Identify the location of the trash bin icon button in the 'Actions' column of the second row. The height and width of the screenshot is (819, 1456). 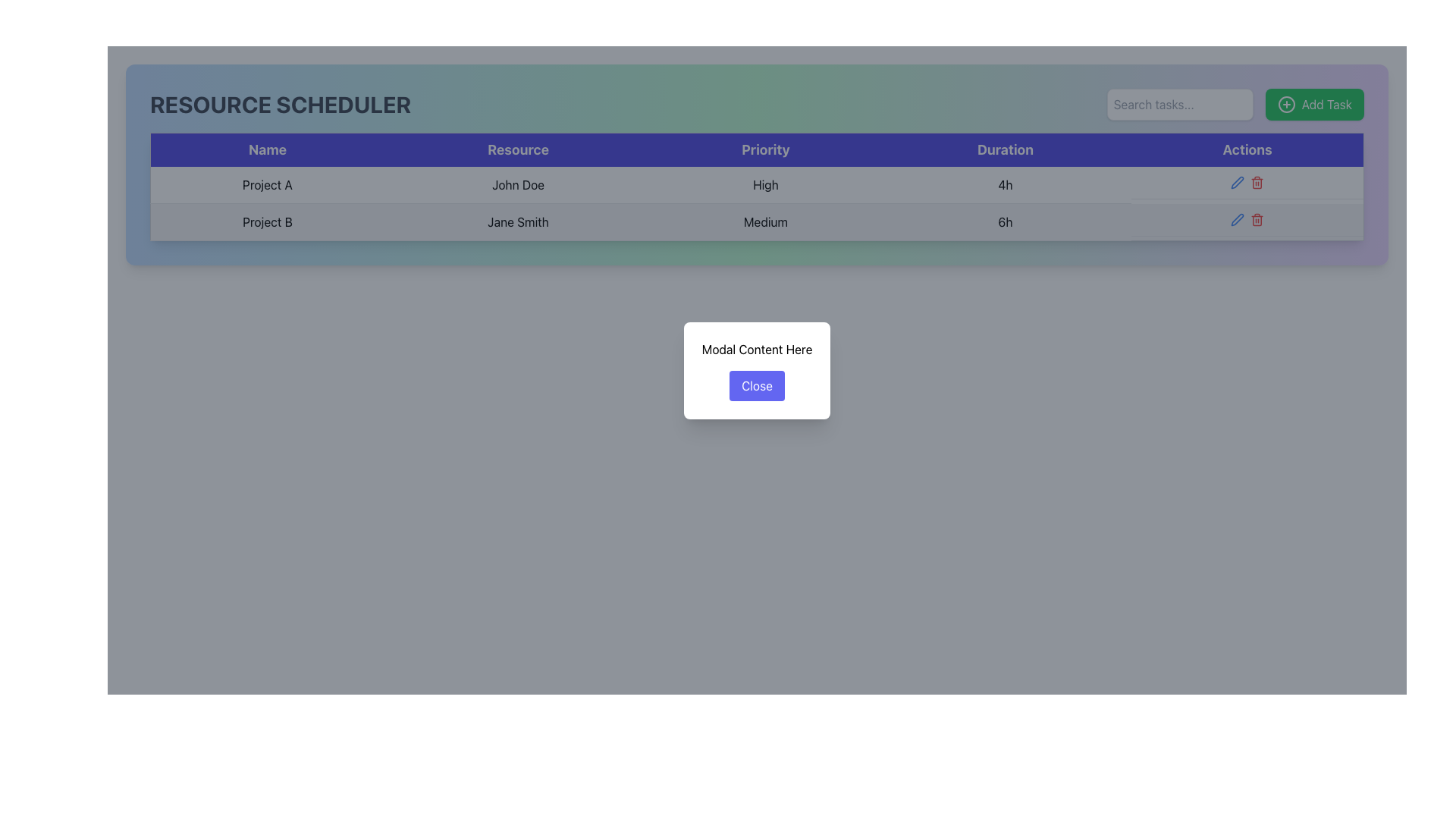
(1257, 181).